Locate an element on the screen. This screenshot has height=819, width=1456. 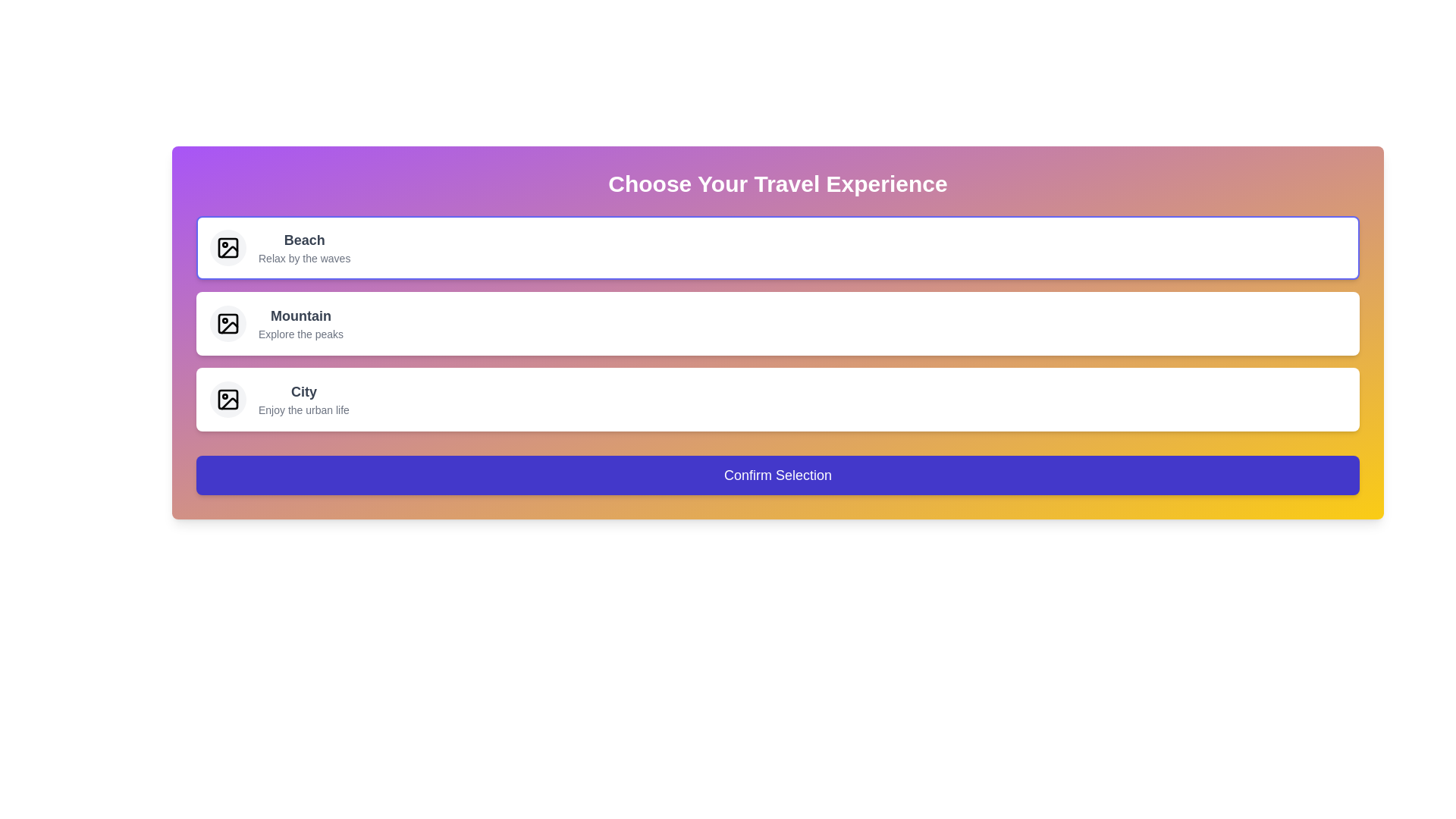
the decorative icon representing the 'Beach' option, located in the top left corner of the first selectable option block labeled 'Beach' is located at coordinates (227, 247).